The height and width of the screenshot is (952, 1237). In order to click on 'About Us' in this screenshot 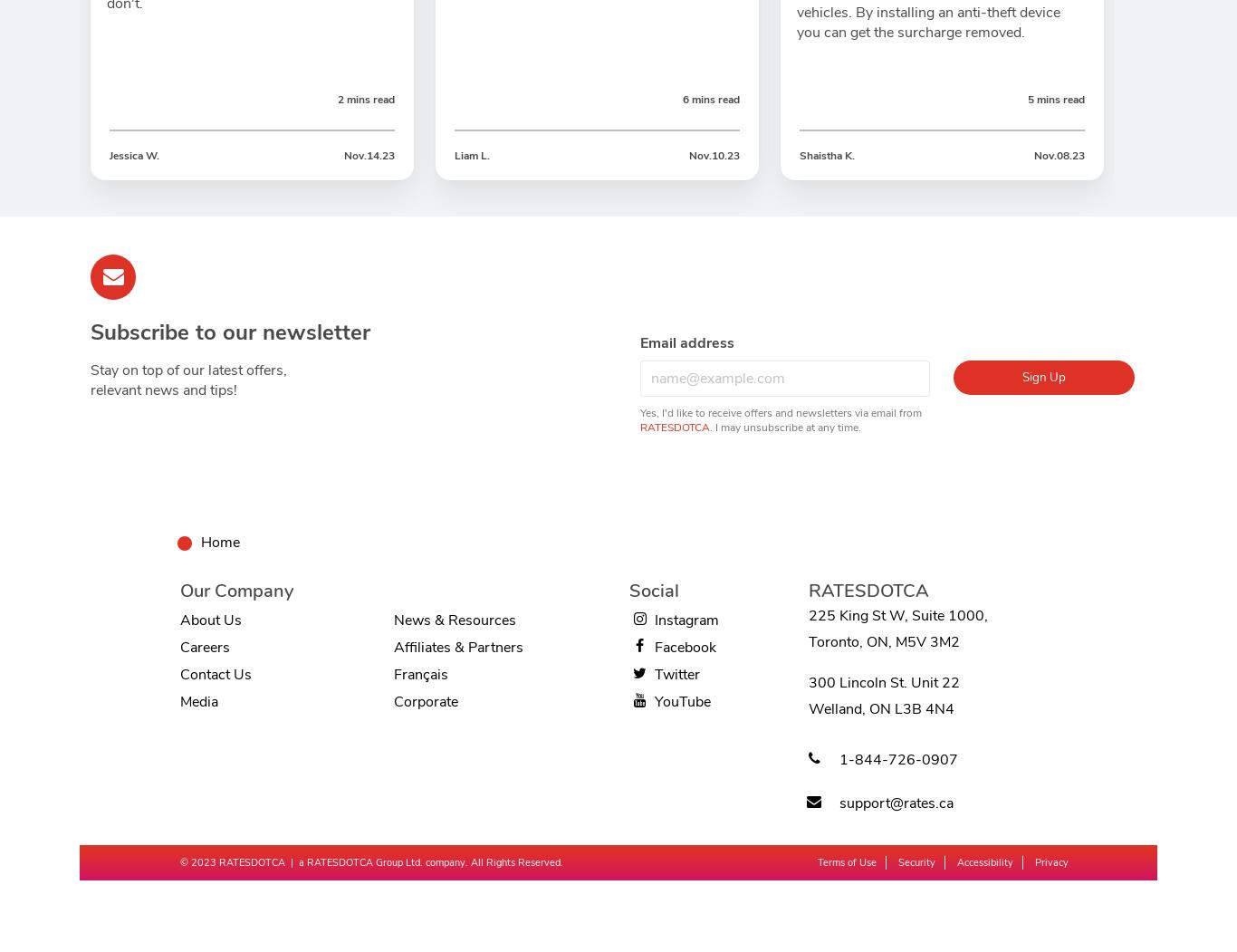, I will do `click(211, 620)`.